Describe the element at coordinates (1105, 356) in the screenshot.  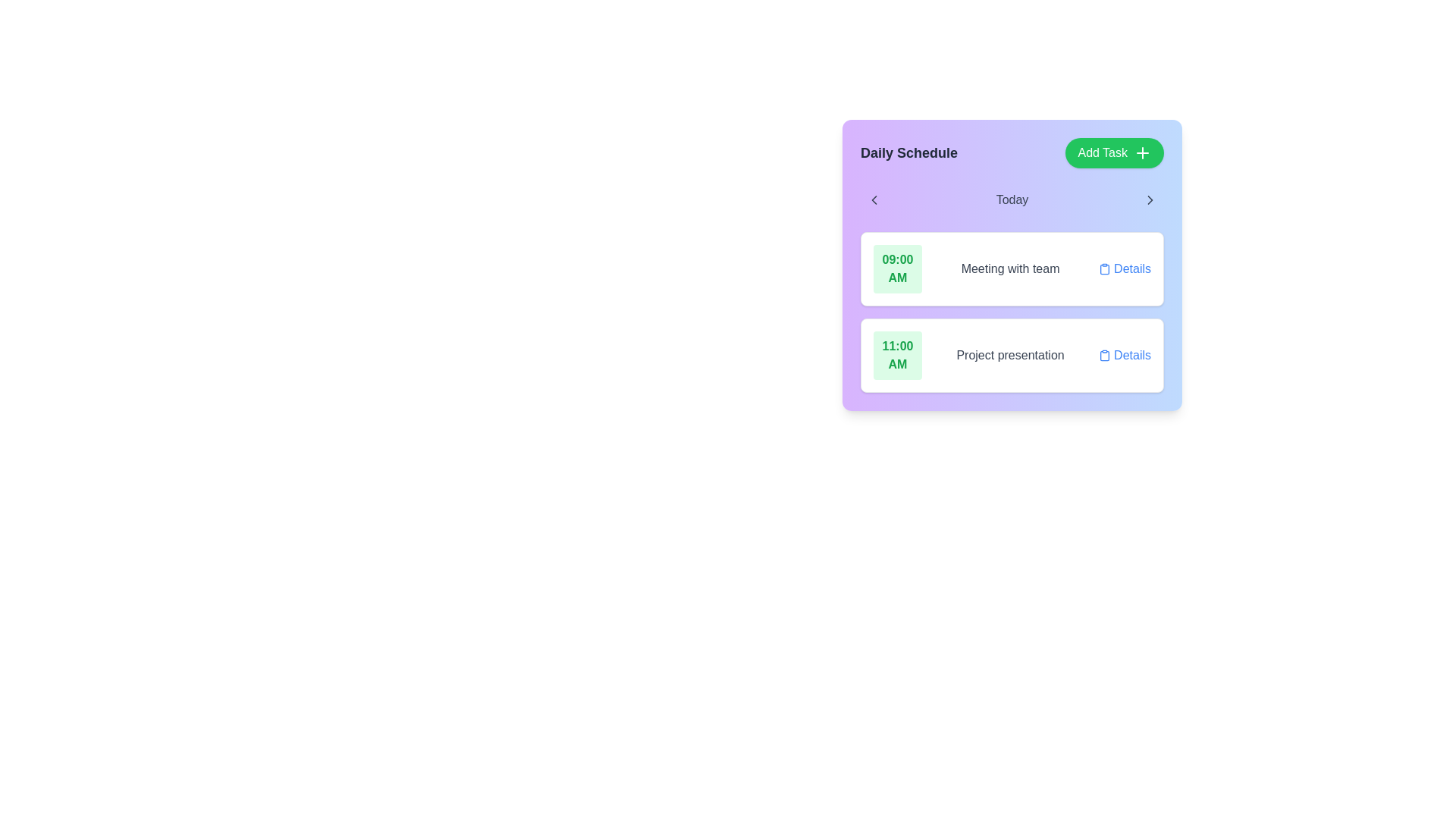
I see `the clipboard icon located to the left of the 'Details' text` at that location.